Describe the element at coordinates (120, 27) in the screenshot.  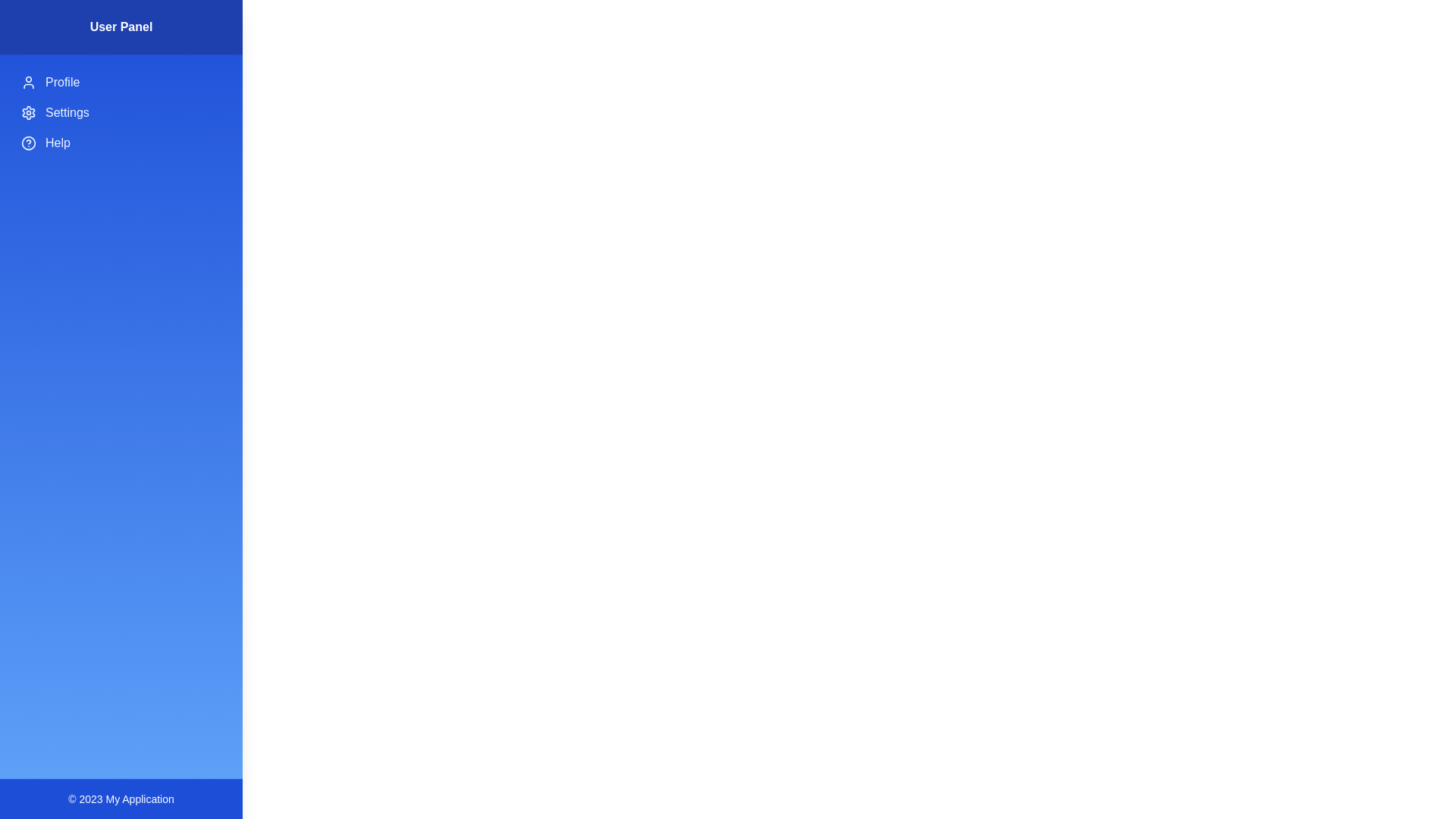
I see `the center of the header text 'User Panel'` at that location.